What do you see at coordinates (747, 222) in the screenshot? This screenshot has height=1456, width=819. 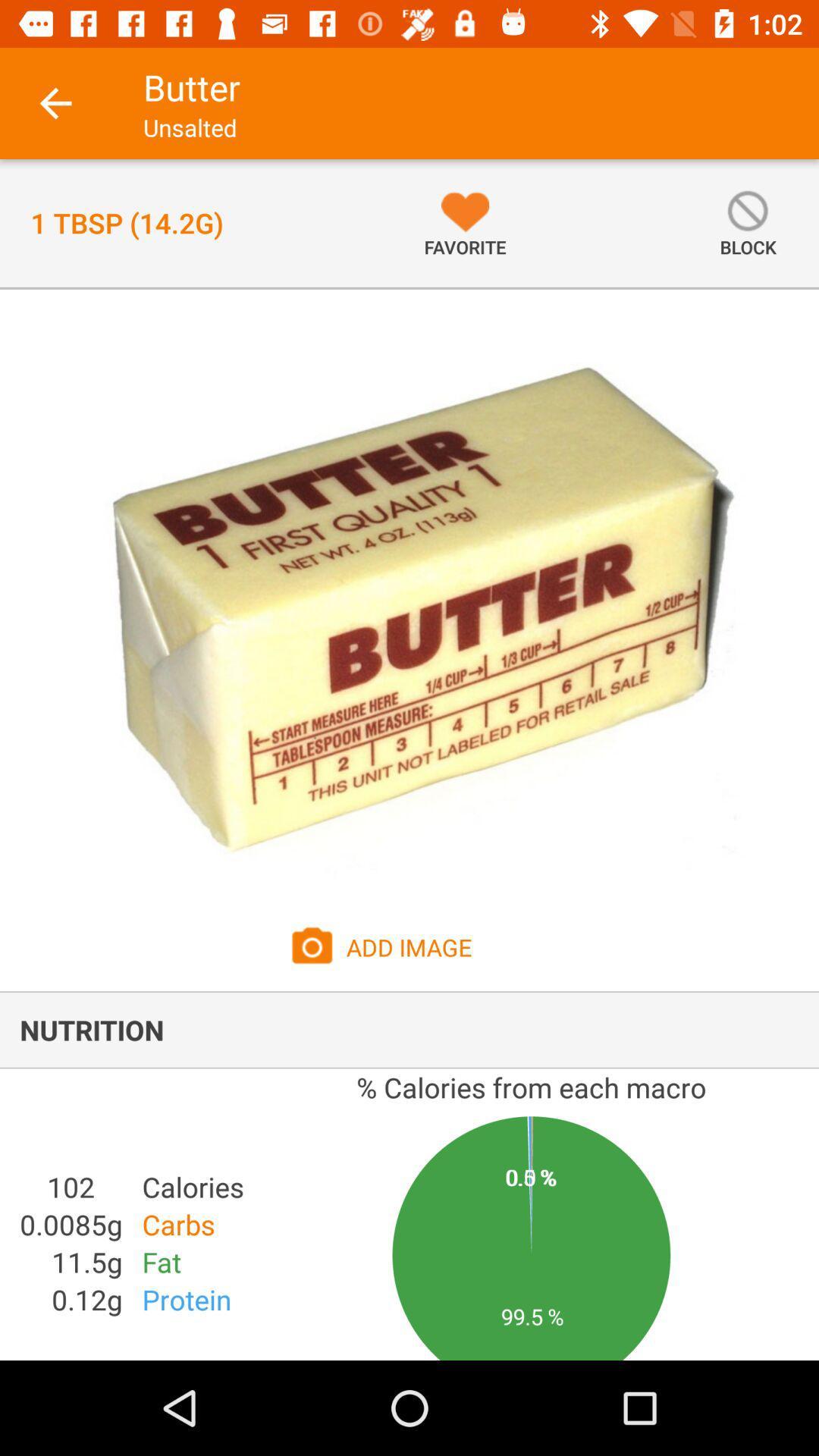 I see `the block item` at bounding box center [747, 222].